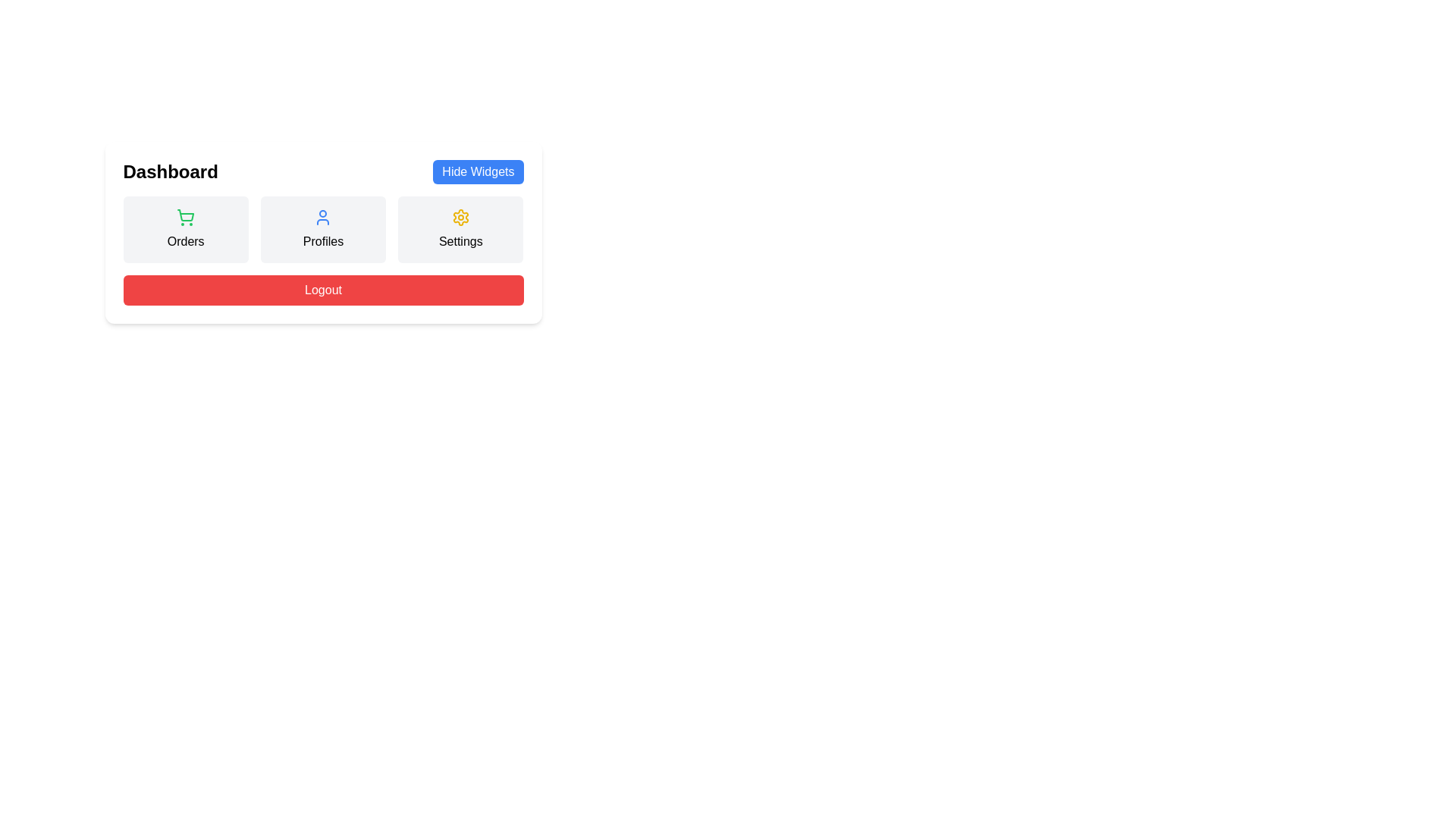  What do you see at coordinates (322, 217) in the screenshot?
I see `the user profile icon located at the top of the 'Profiles' card, which is positioned between the 'Orders' and 'Settings' cards on the dashboard` at bounding box center [322, 217].